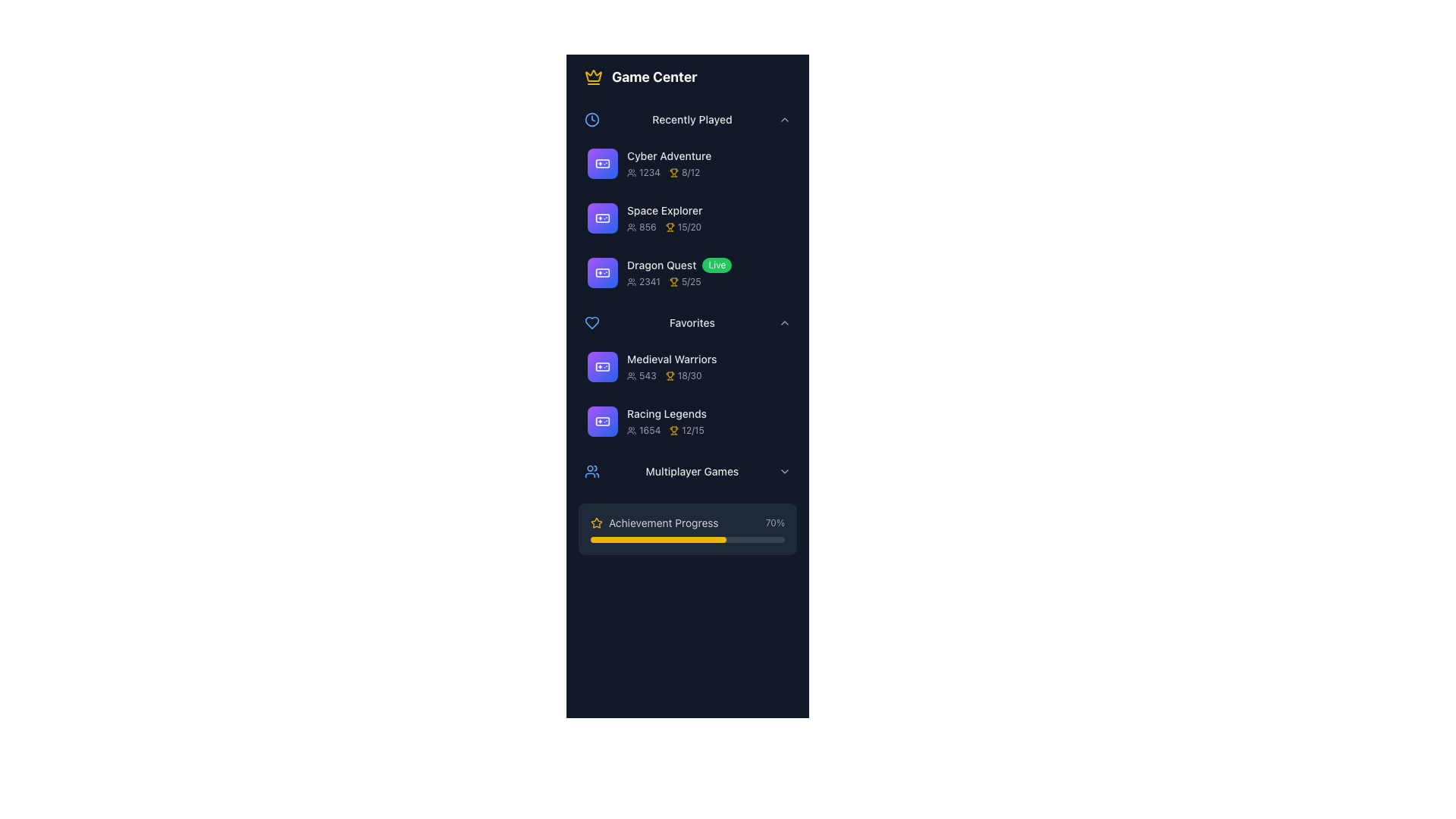  Describe the element at coordinates (602, 421) in the screenshot. I see `the 'Racing Legends' icon button located as the fourth item in the 'Favorites' section` at that location.